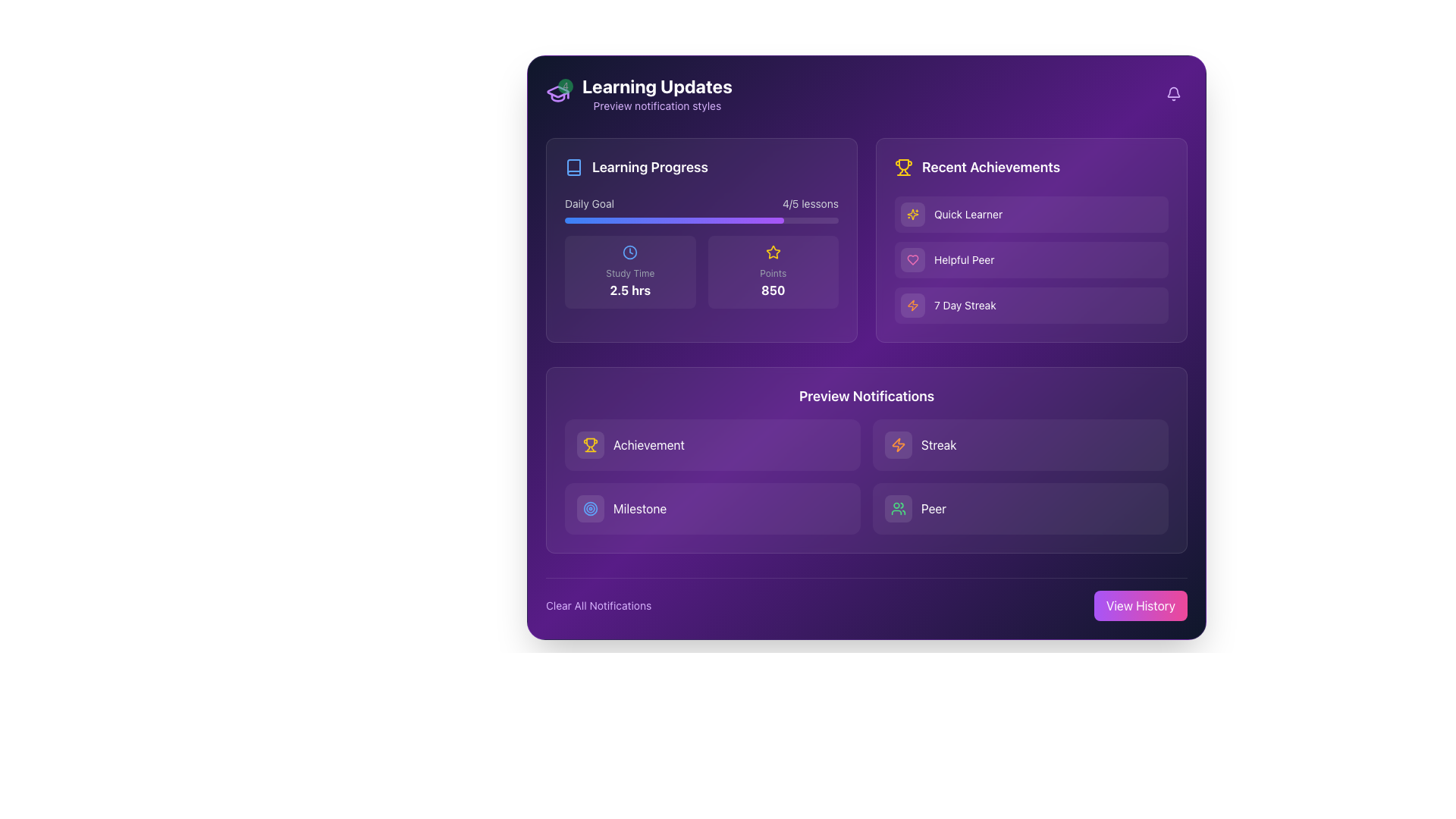 The height and width of the screenshot is (819, 1456). Describe the element at coordinates (648, 444) in the screenshot. I see `the text label indicating the purpose of the 'Achievement' card in the 'Preview Notifications' section to potentially reveal additional information` at that location.